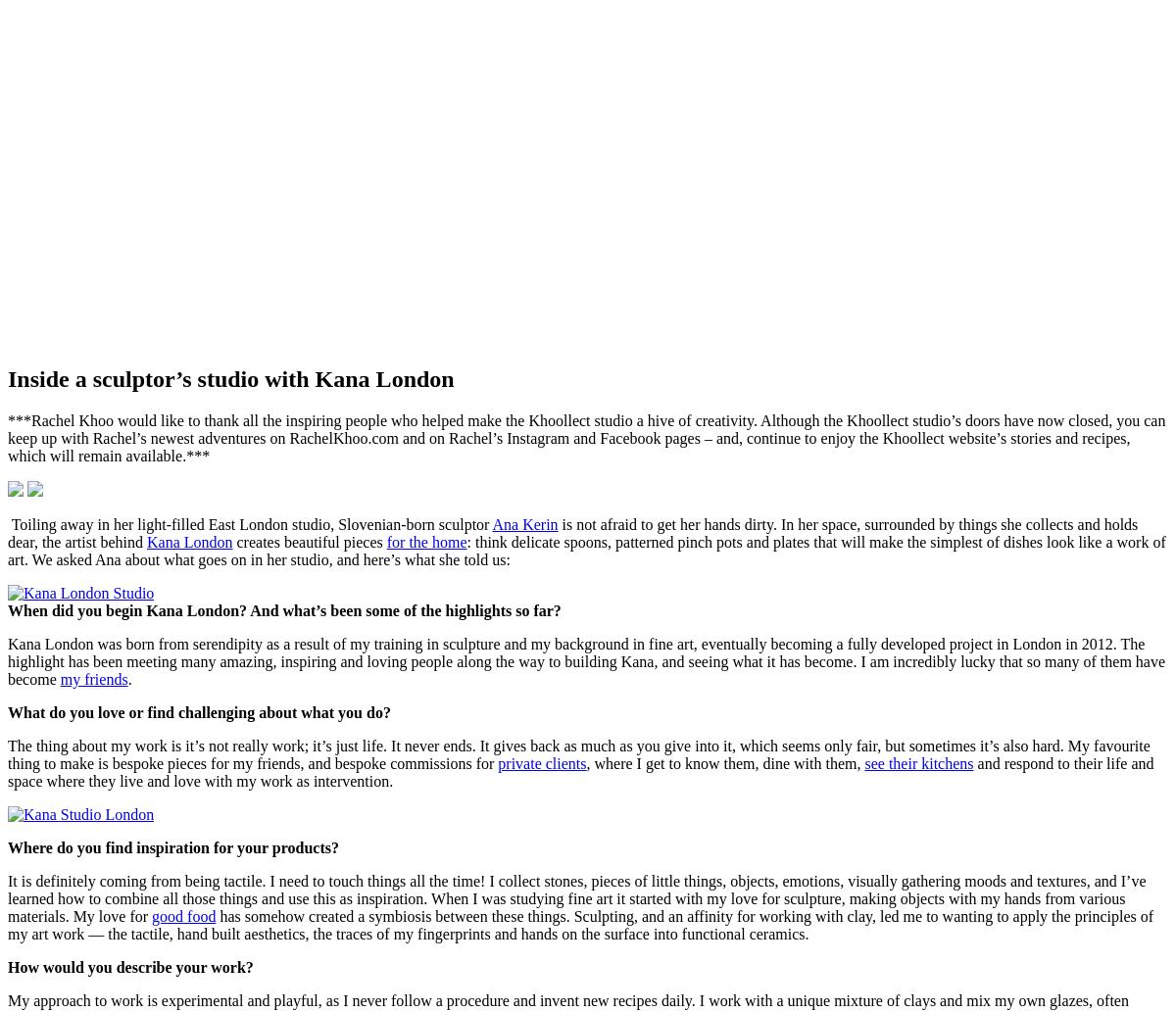 The height and width of the screenshot is (1012, 1176). I want to click on '***Rachel Khoo would like to thank all the inspiring people who helped make the Khoollect studio  a hive of creativity. Although the Khoollect studio’s doors have now closed, you can keep up with Rachel’s newest adventures on RachelKhoo.com and on Rachel’s Instagram and Facebook pages – and, continue to enjoy the Khoollect website’s stories and recipes, which will remain available.***', so click(585, 437).